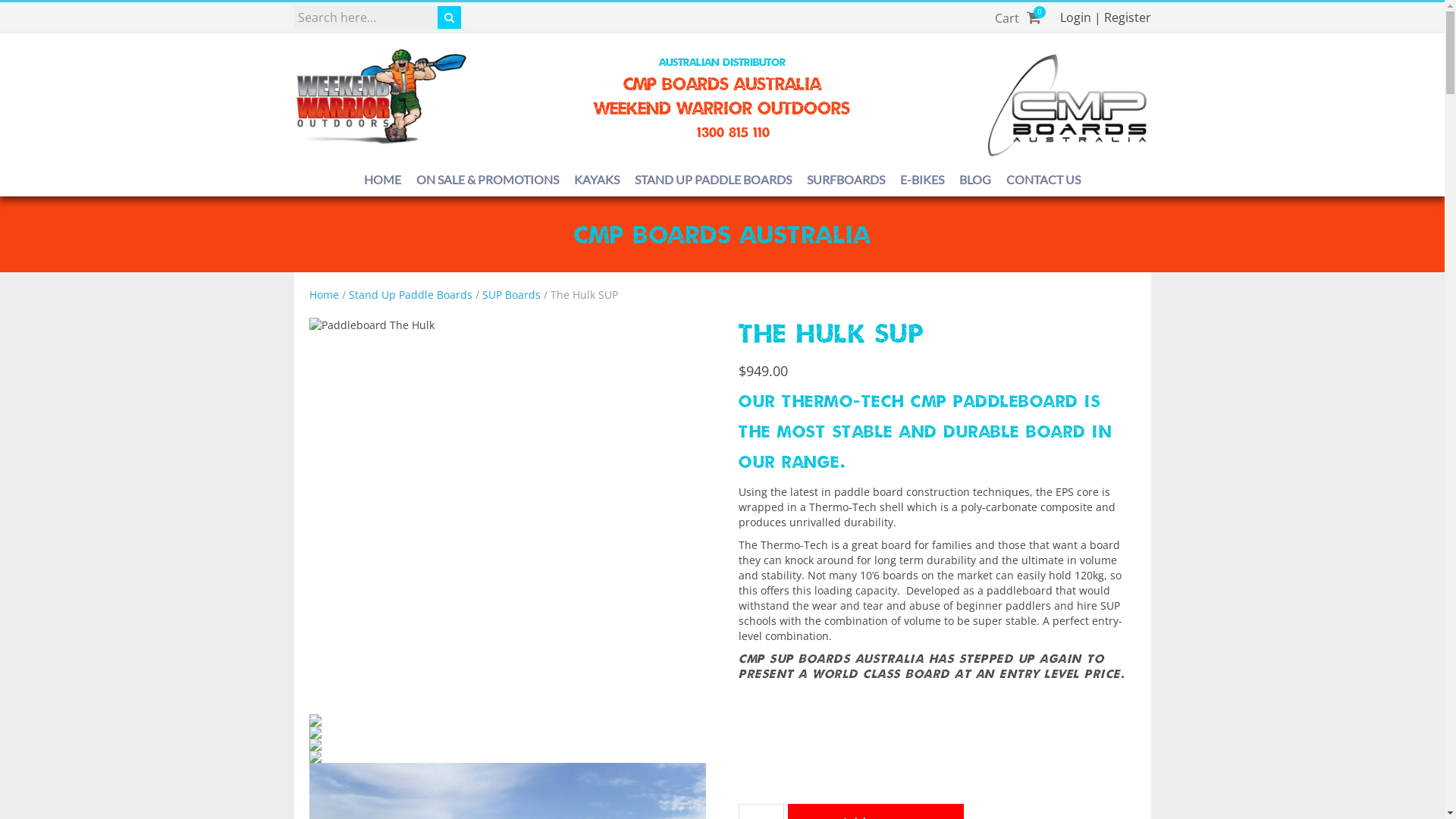 Image resolution: width=1456 pixels, height=819 pixels. What do you see at coordinates (323, 294) in the screenshot?
I see `'Home'` at bounding box center [323, 294].